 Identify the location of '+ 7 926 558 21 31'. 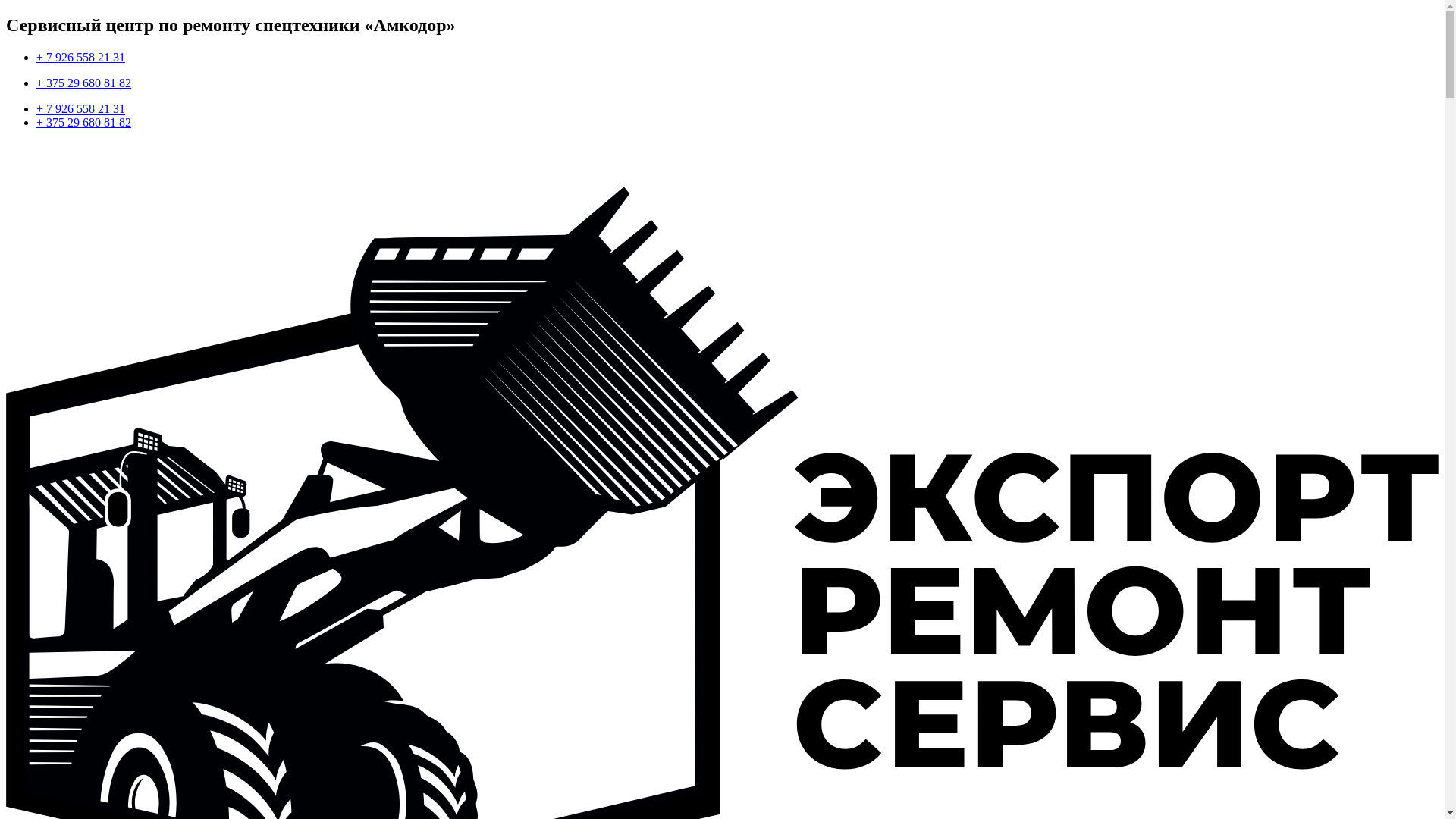
(80, 56).